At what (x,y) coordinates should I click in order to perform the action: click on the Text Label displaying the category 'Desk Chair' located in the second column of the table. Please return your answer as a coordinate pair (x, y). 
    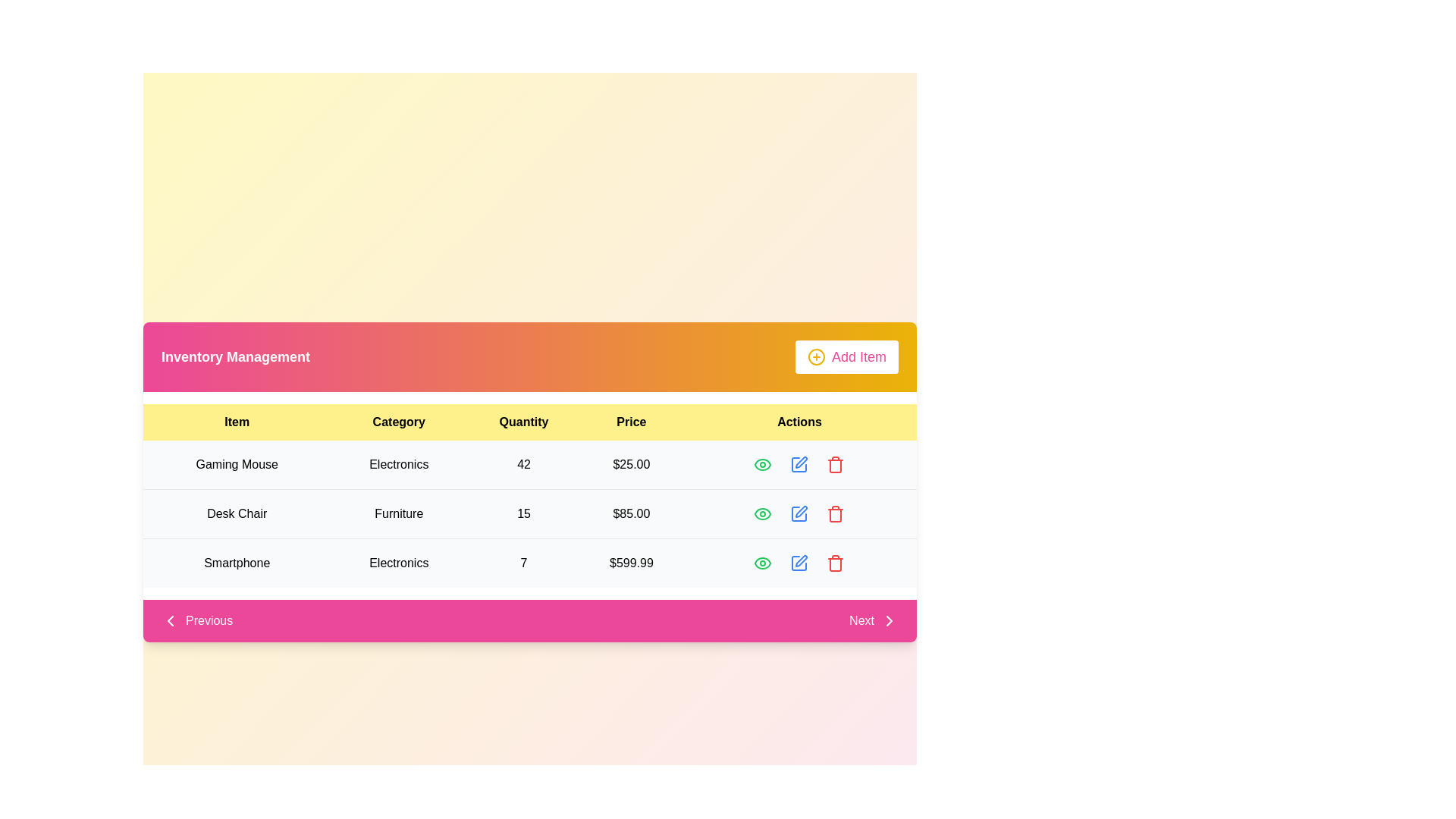
    Looking at the image, I should click on (399, 513).